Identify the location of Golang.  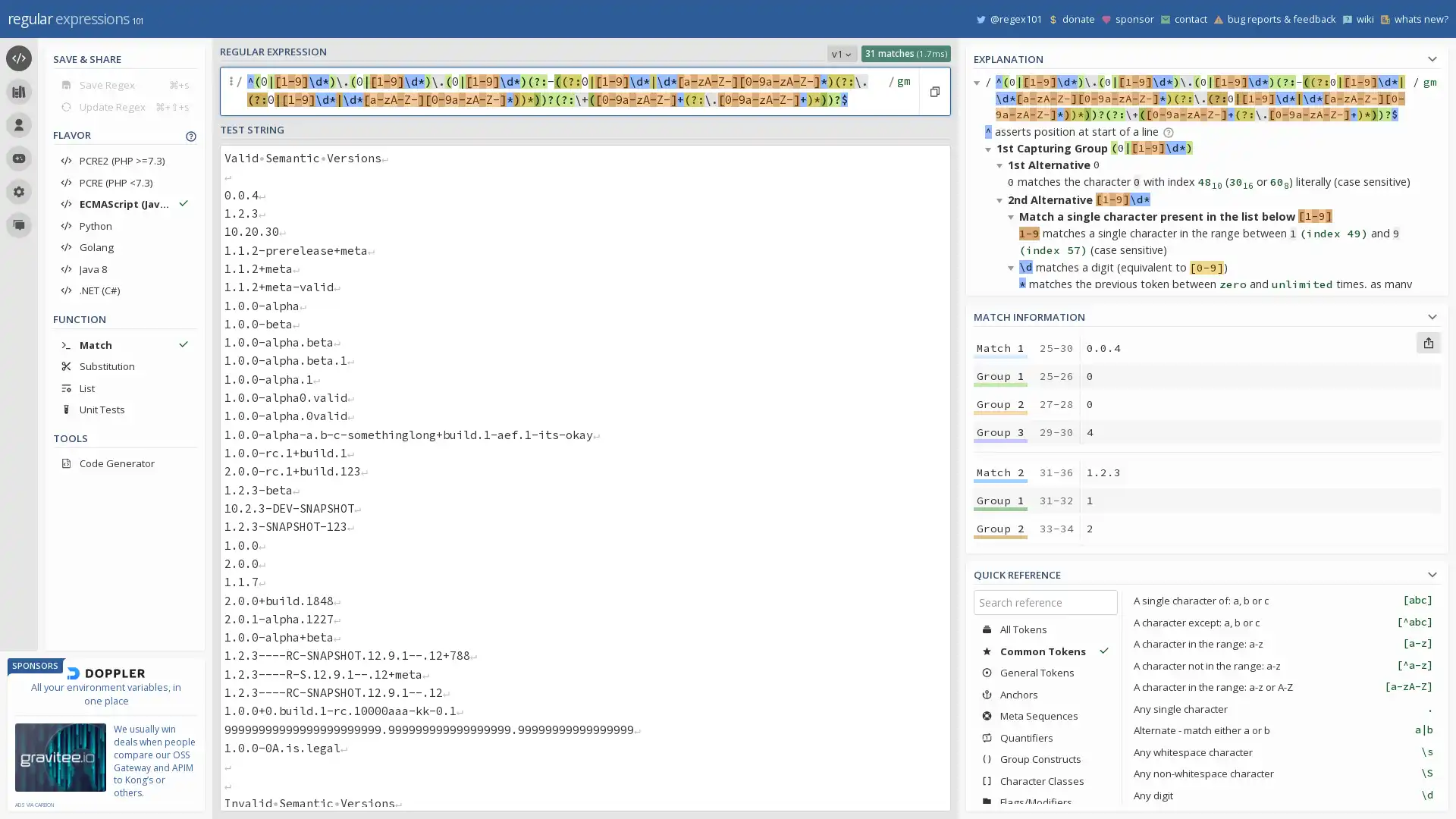
(124, 246).